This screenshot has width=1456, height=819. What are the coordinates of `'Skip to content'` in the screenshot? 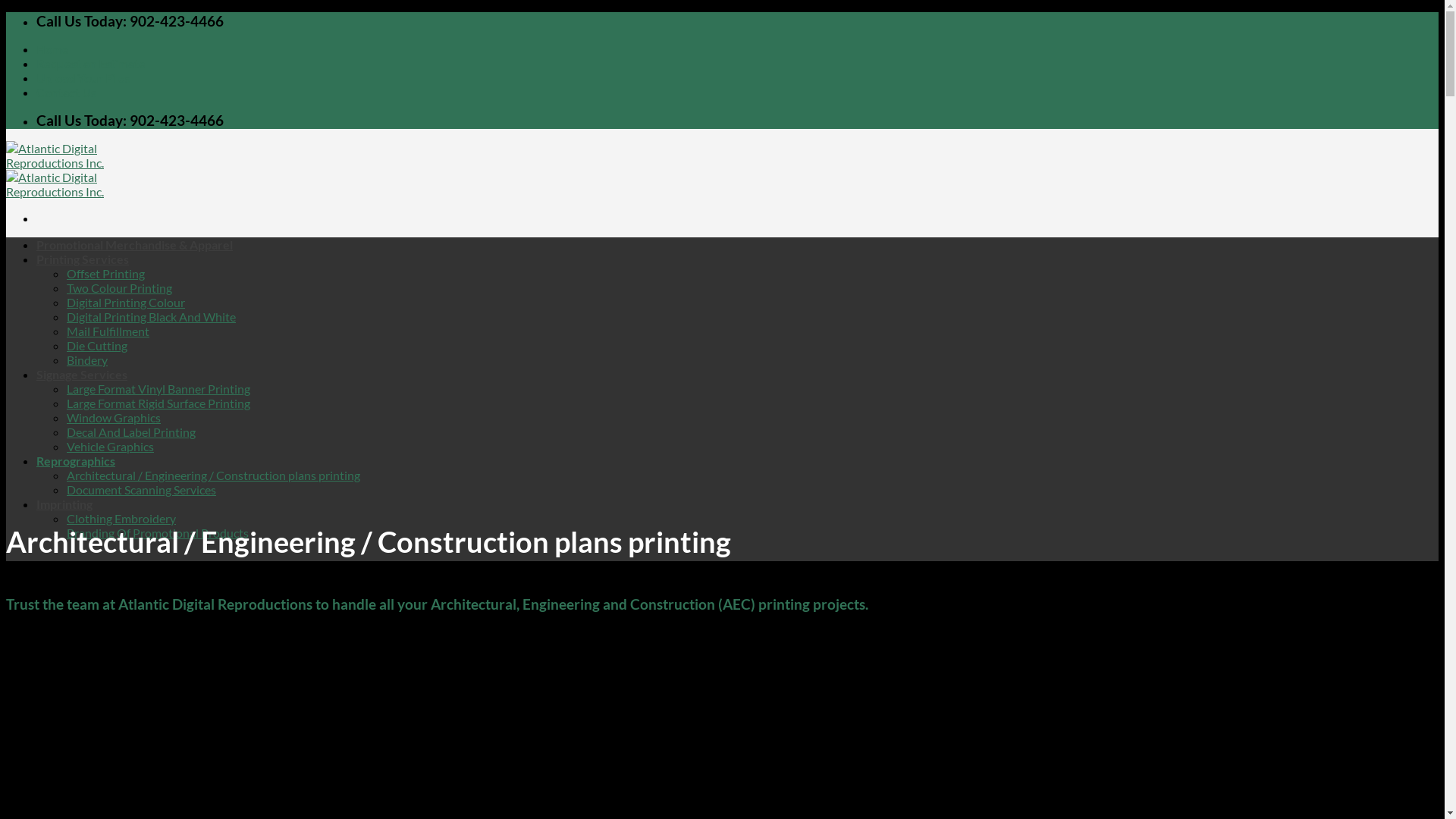 It's located at (5, 11).